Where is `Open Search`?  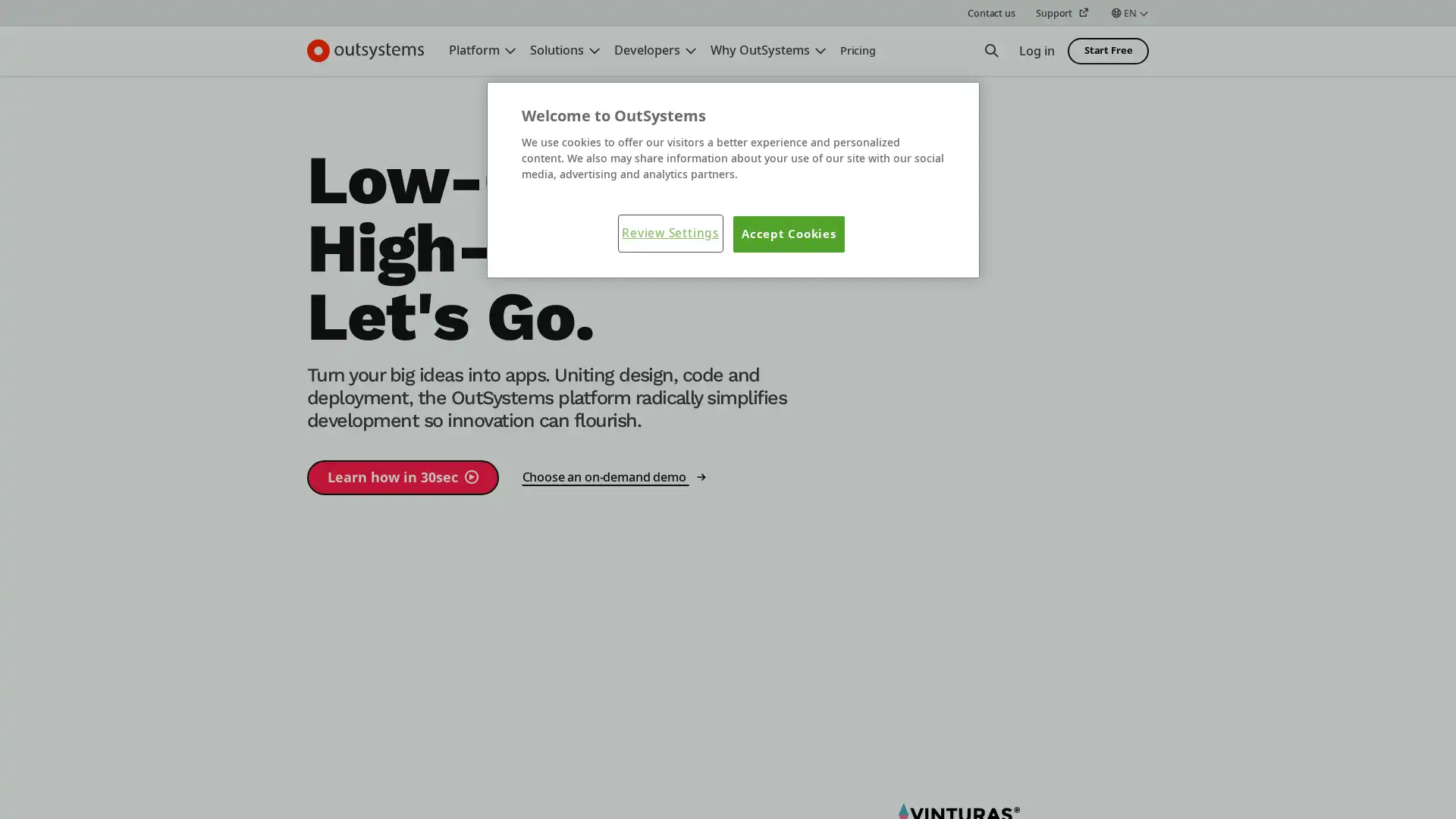 Open Search is located at coordinates (991, 49).